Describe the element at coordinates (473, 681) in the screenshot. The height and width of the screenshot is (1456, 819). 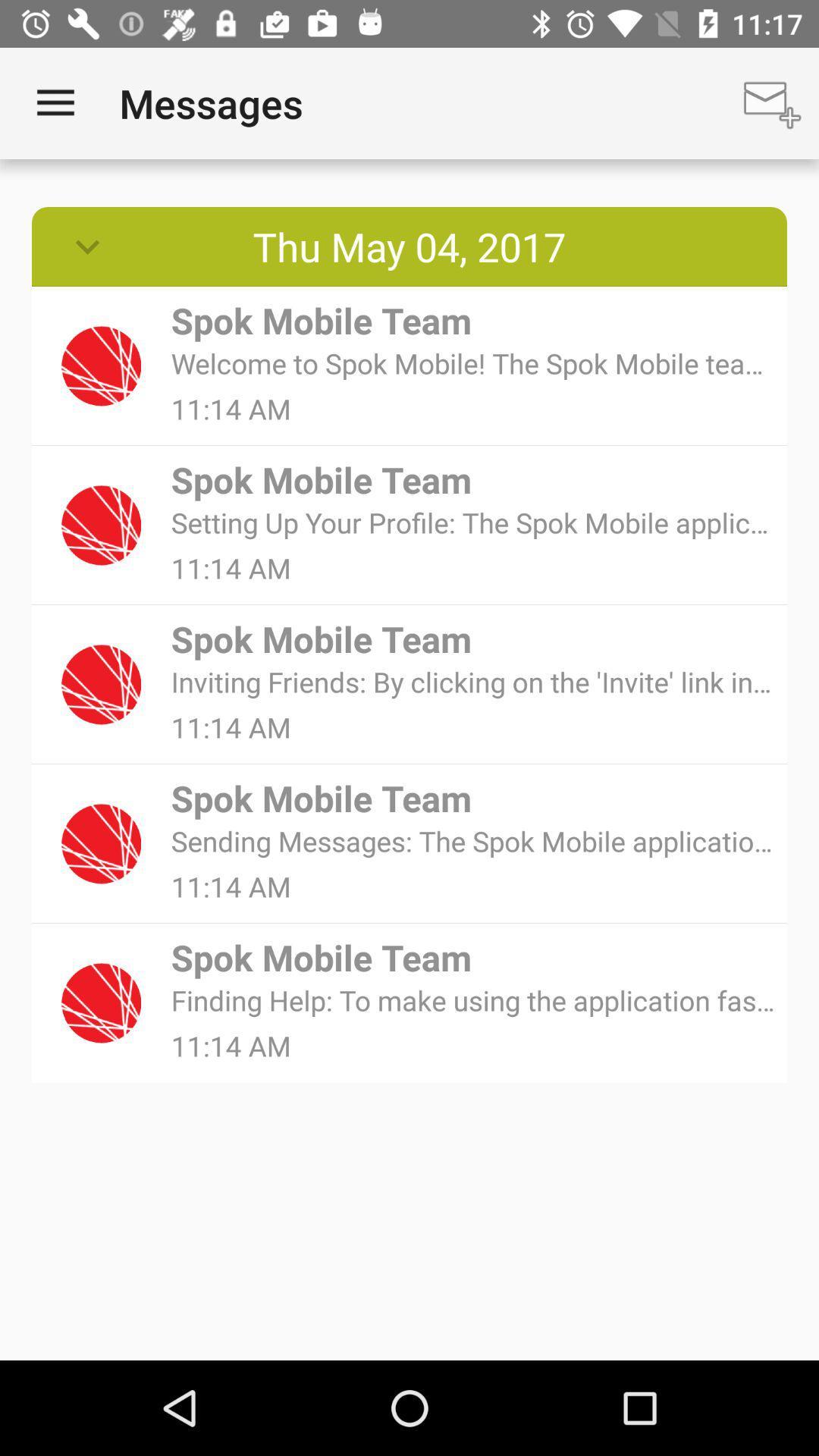
I see `icon below the spok mobile team item` at that location.